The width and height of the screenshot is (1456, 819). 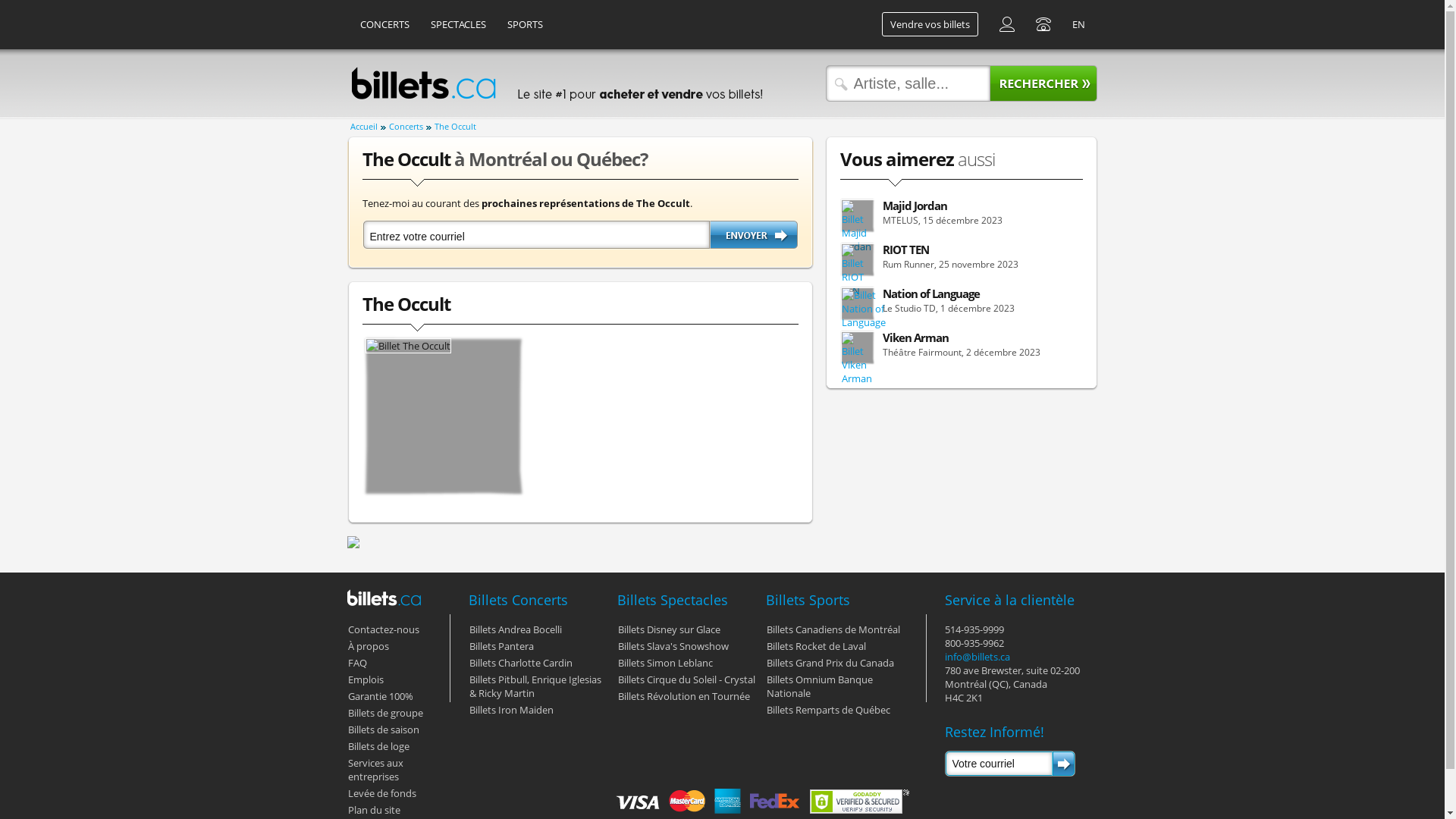 What do you see at coordinates (535, 686) in the screenshot?
I see `'Billets Pitbull, Enrique Iglesias & Ricky Martin'` at bounding box center [535, 686].